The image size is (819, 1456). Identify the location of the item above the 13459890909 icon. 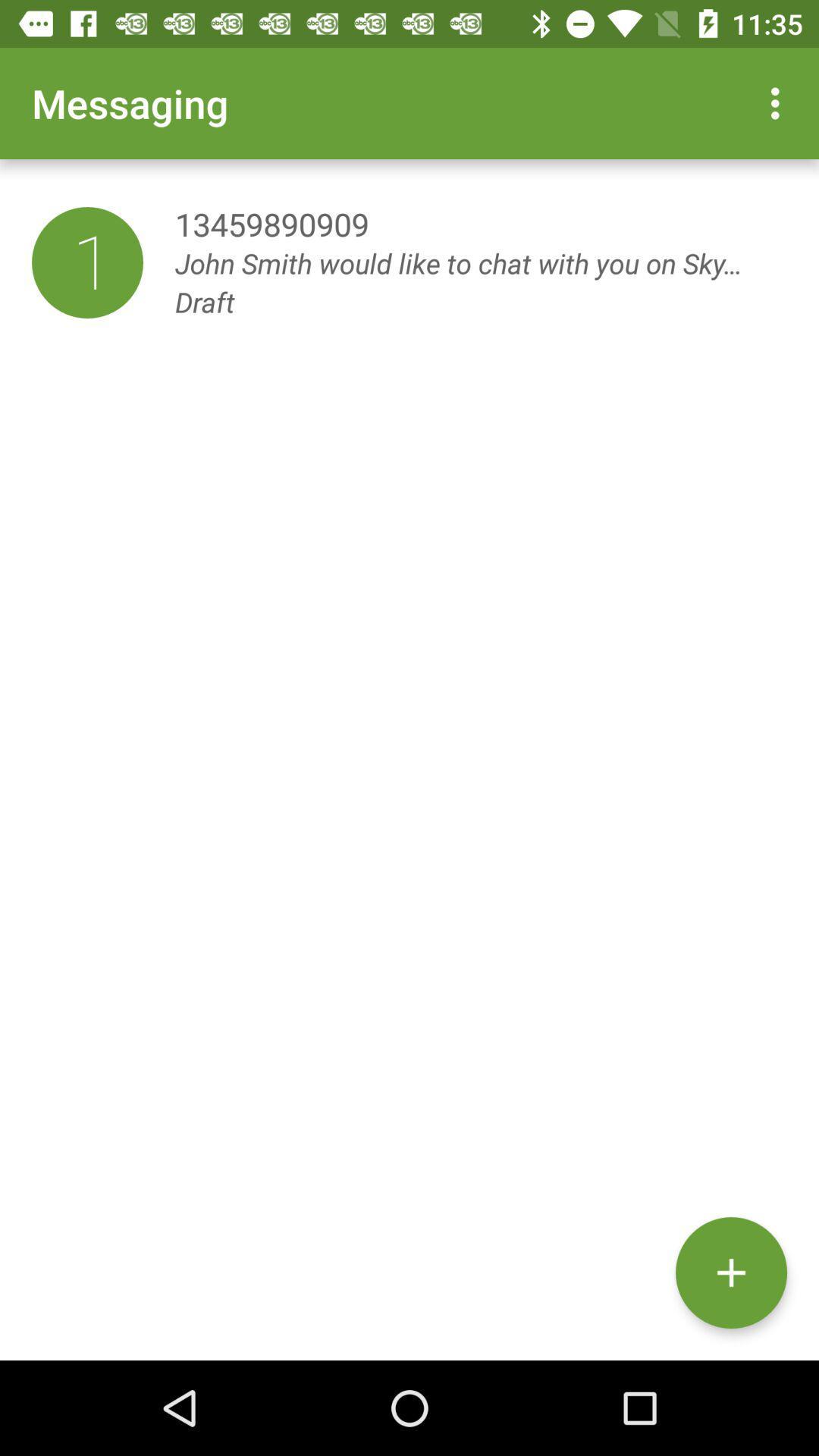
(779, 102).